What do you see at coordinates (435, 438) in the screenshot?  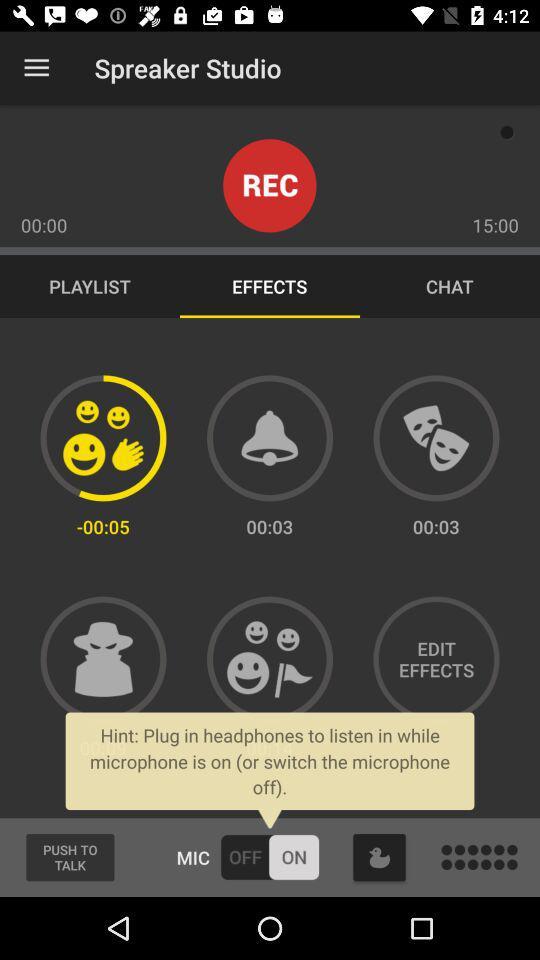 I see `effect` at bounding box center [435, 438].